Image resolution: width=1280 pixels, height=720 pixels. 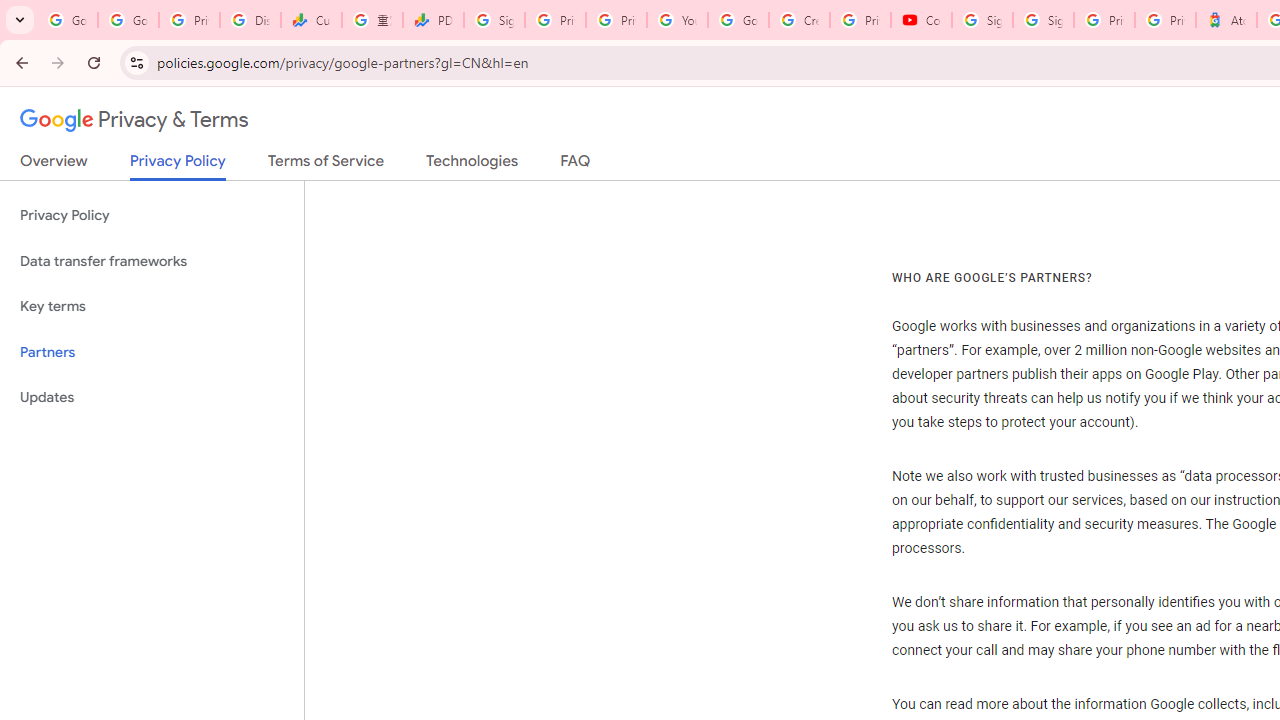 What do you see at coordinates (471, 164) in the screenshot?
I see `'Technologies'` at bounding box center [471, 164].